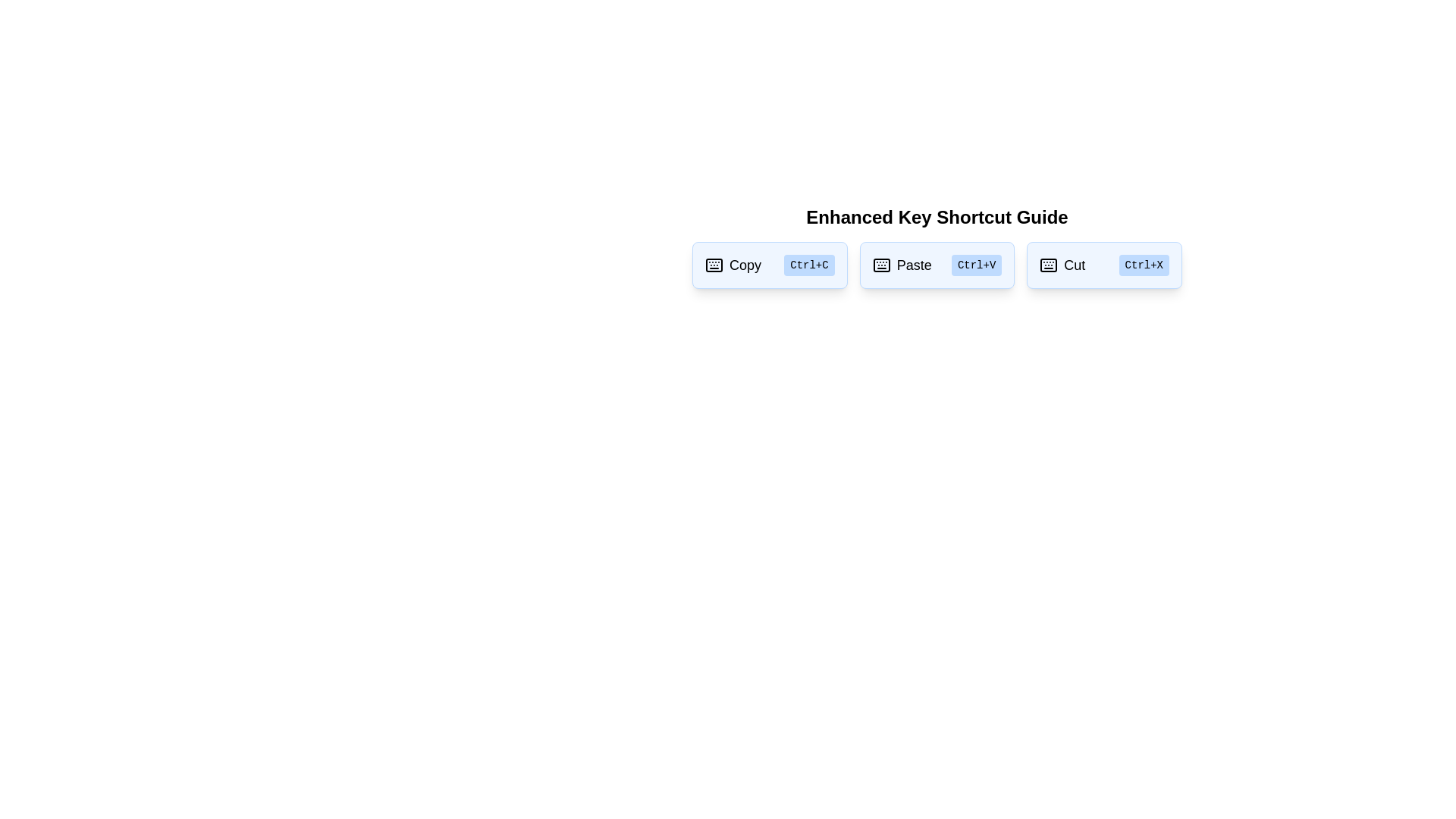 This screenshot has width=1456, height=819. What do you see at coordinates (881, 265) in the screenshot?
I see `the Paste icon, which represents the keyboard metaphor for the Paste functionality located in the middle of a row of three buttons, flanked by Copy and Cut` at bounding box center [881, 265].